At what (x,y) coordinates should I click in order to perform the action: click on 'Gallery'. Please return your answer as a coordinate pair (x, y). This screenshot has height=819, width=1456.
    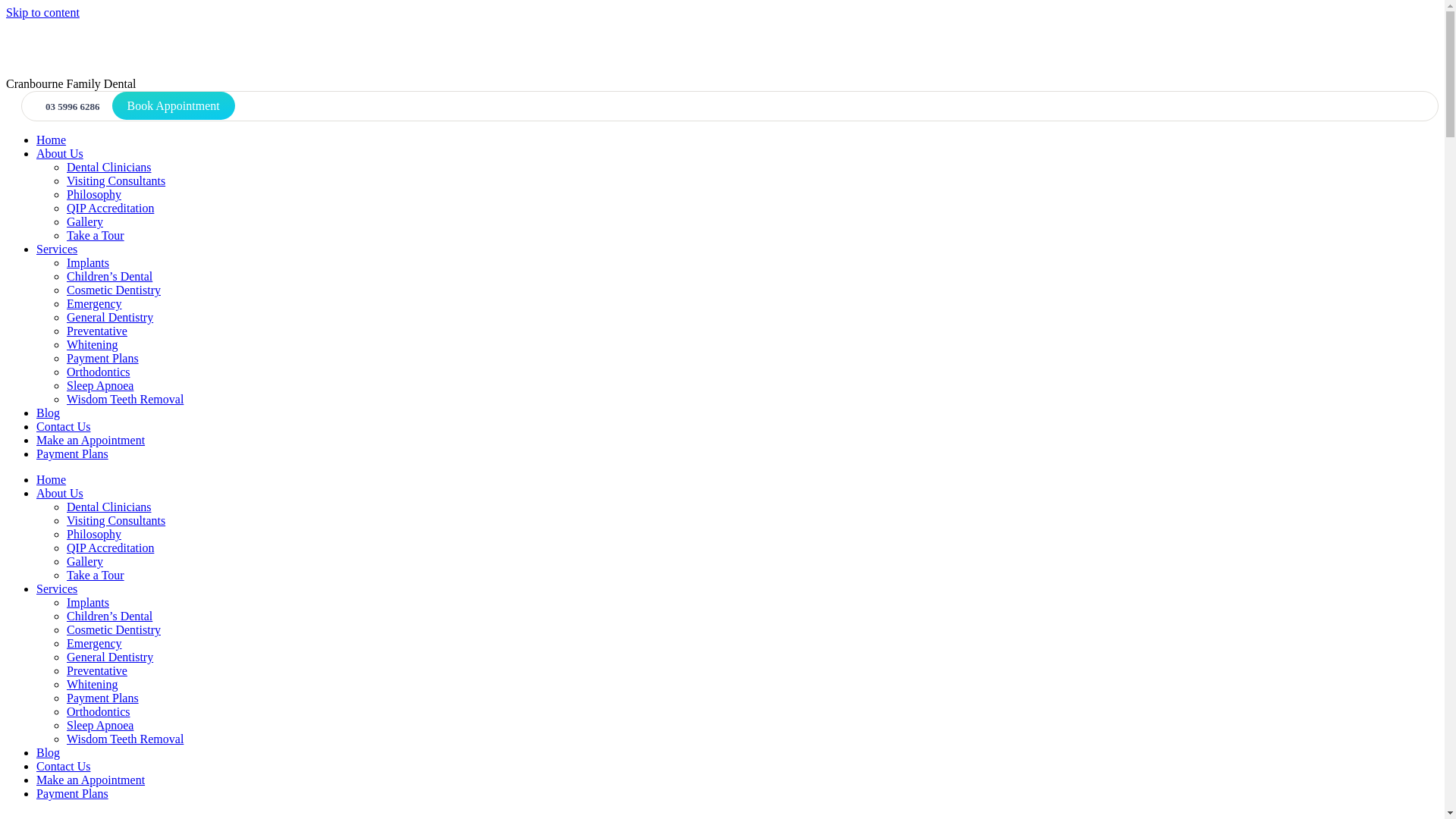
    Looking at the image, I should click on (83, 221).